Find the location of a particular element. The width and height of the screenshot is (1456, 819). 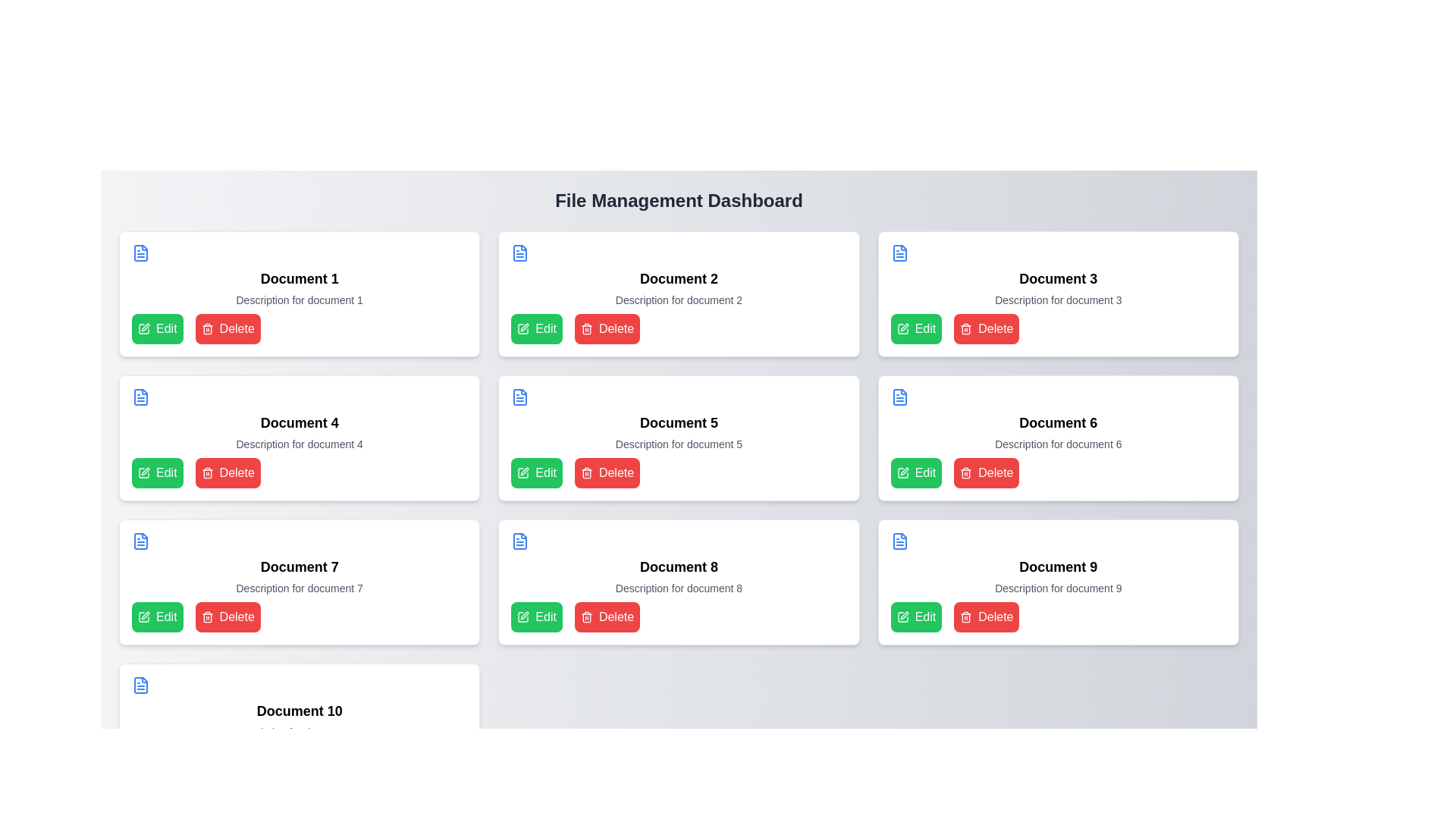

the pencil icon that symbolizes editing functionality, located within the 'Edit' button on the document card is located at coordinates (146, 470).